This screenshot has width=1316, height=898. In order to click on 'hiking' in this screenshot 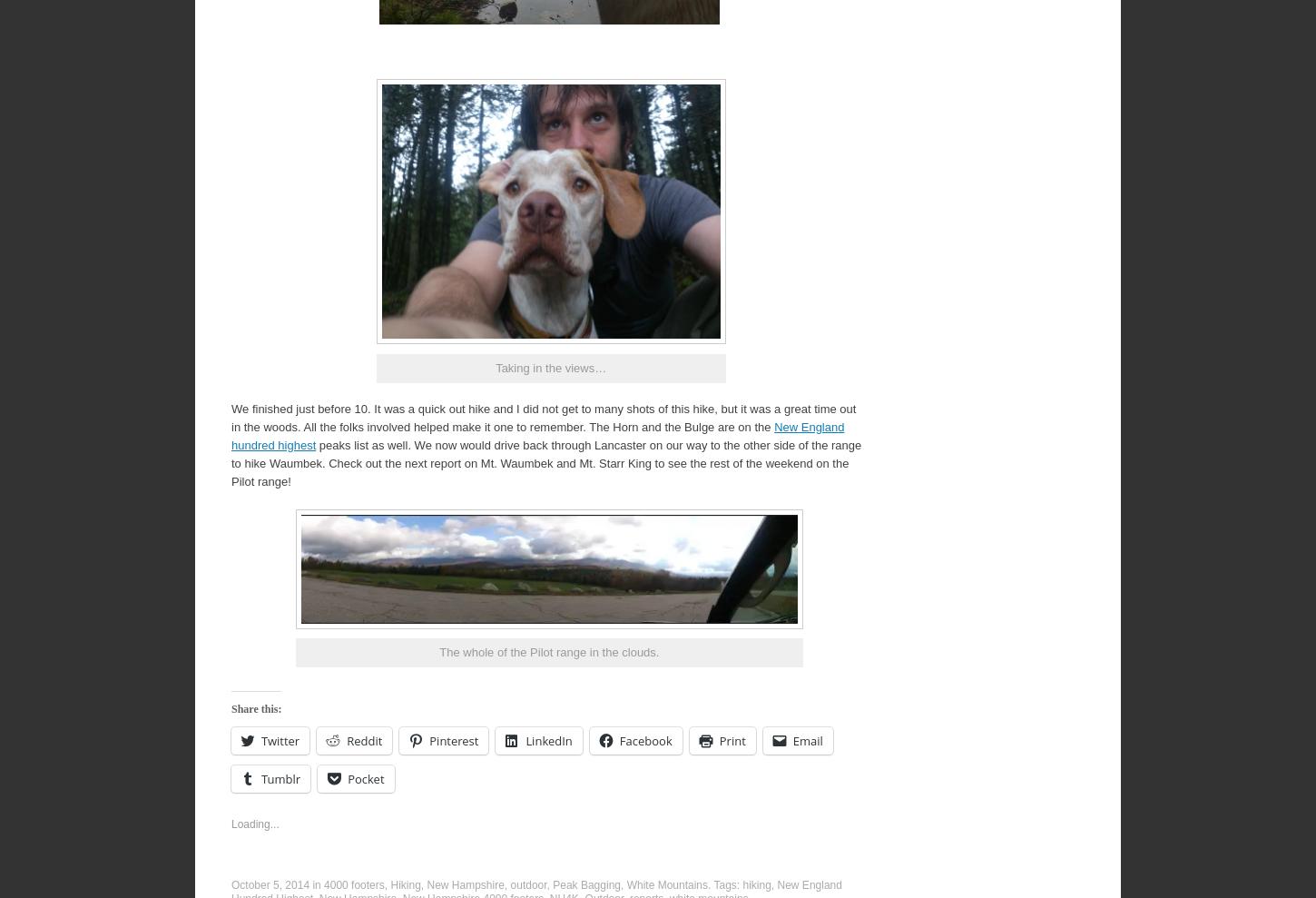, I will do `click(756, 883)`.